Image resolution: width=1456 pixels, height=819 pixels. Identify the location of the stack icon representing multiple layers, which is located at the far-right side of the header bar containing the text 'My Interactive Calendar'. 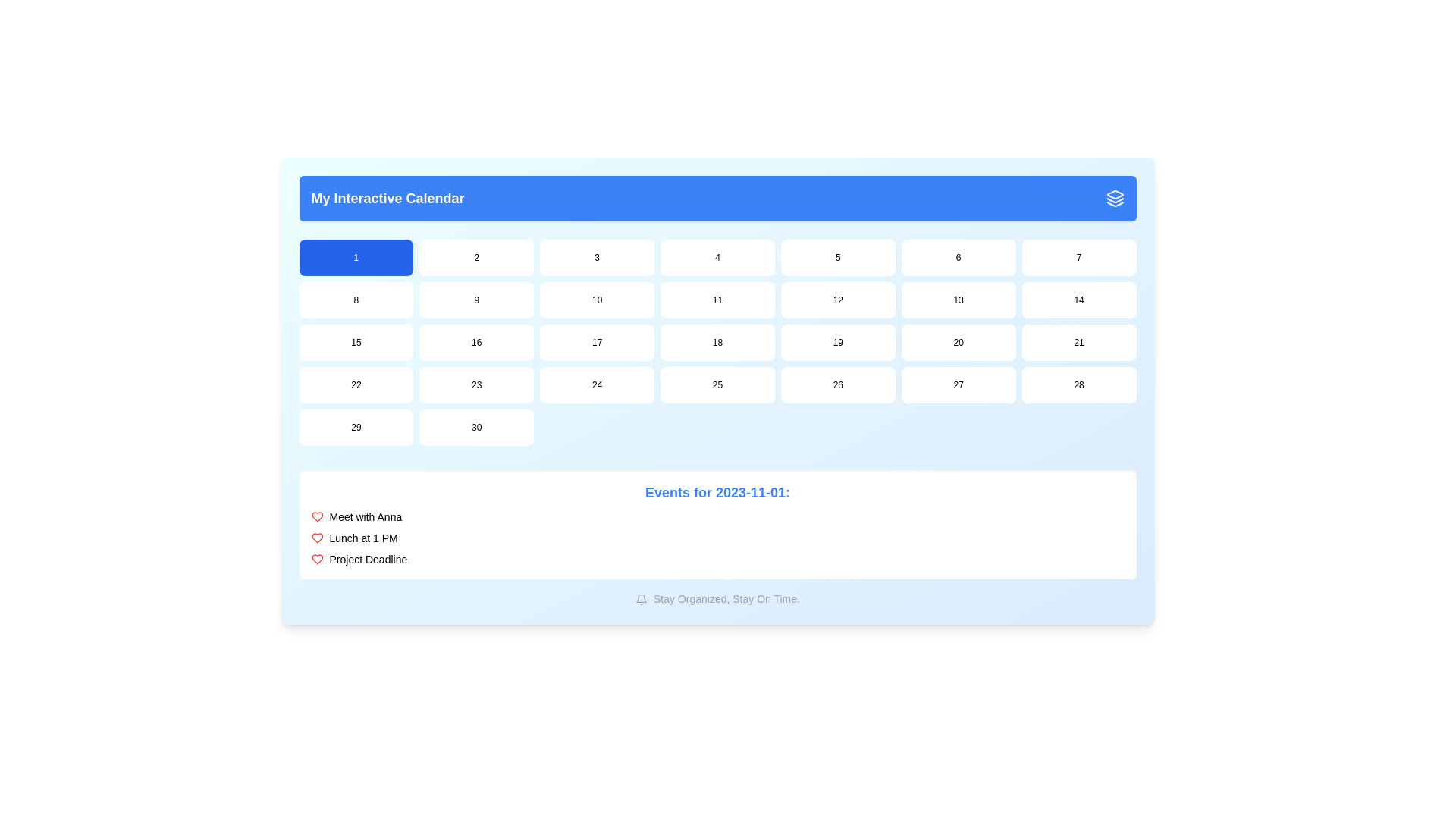
(1115, 198).